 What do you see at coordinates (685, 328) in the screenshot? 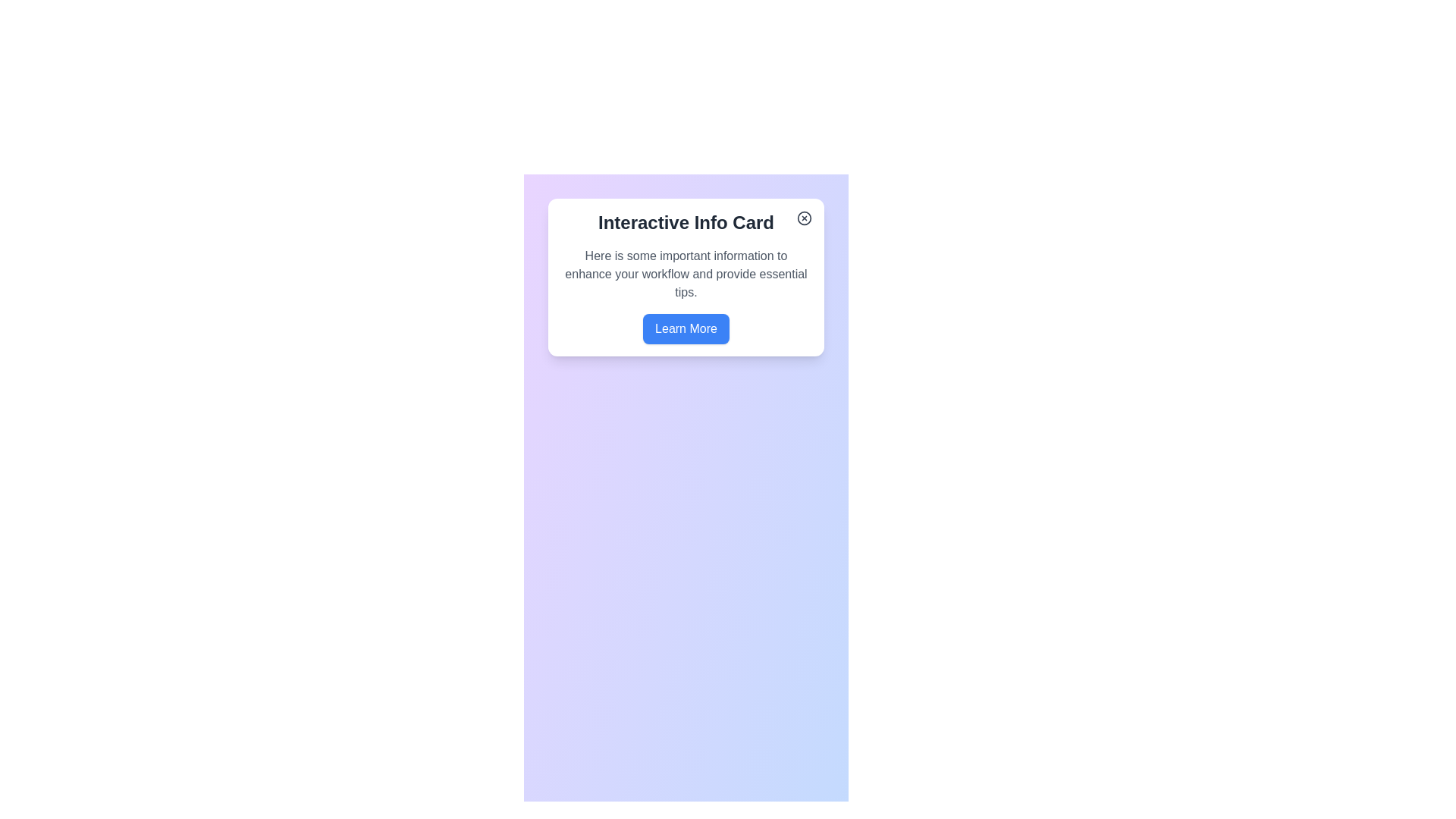
I see `the 'Learn More' button, which is a rectangular button with rounded corners and a blue background, to visualize hover effects` at bounding box center [685, 328].